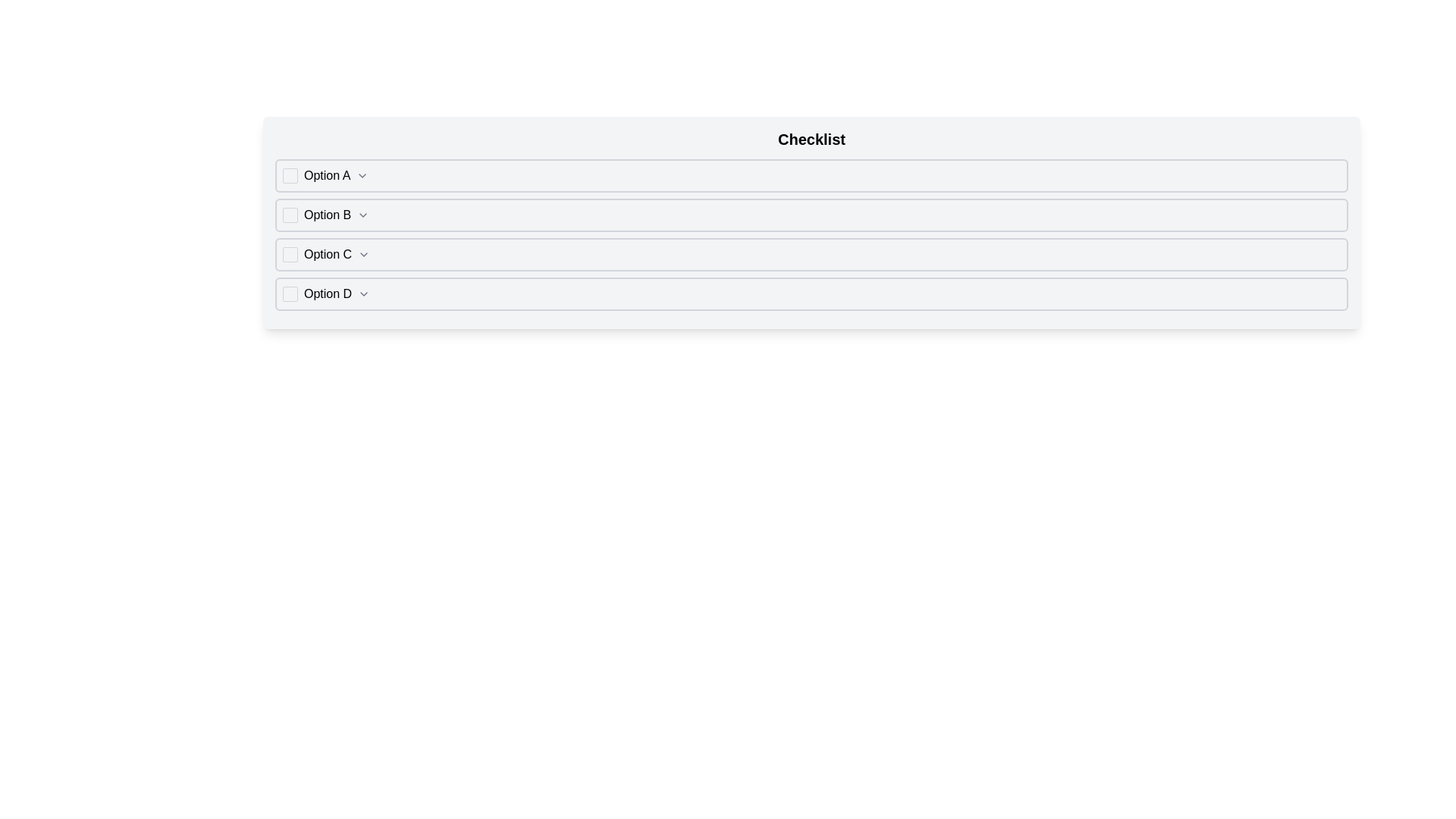 Image resolution: width=1456 pixels, height=819 pixels. Describe the element at coordinates (364, 253) in the screenshot. I see `the downward-chevron icon located in the 'Option C' row` at that location.